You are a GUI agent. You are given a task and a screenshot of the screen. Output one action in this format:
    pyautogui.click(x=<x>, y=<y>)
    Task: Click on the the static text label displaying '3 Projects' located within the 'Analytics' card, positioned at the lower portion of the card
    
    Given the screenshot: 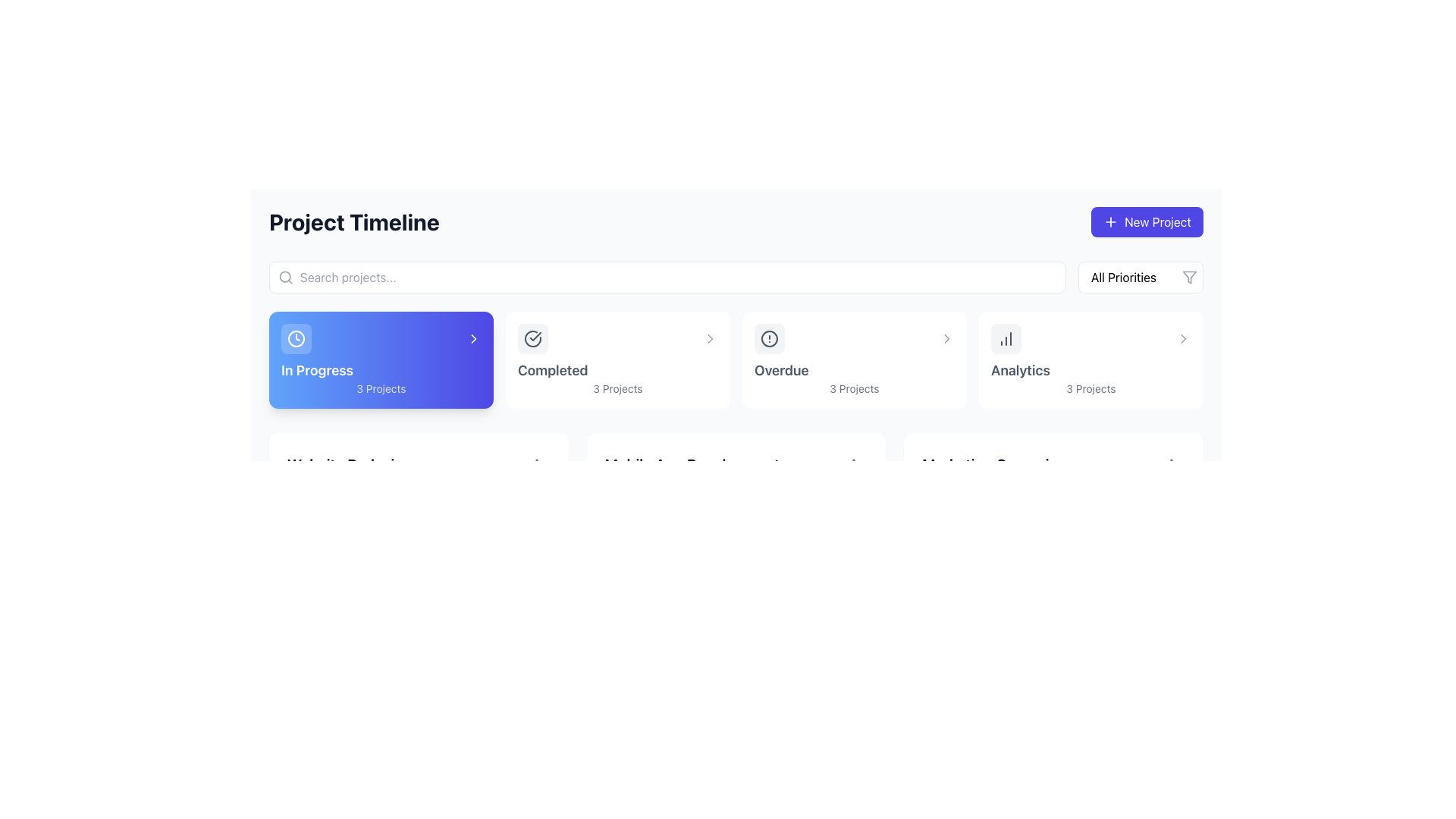 What is the action you would take?
    pyautogui.click(x=1090, y=388)
    